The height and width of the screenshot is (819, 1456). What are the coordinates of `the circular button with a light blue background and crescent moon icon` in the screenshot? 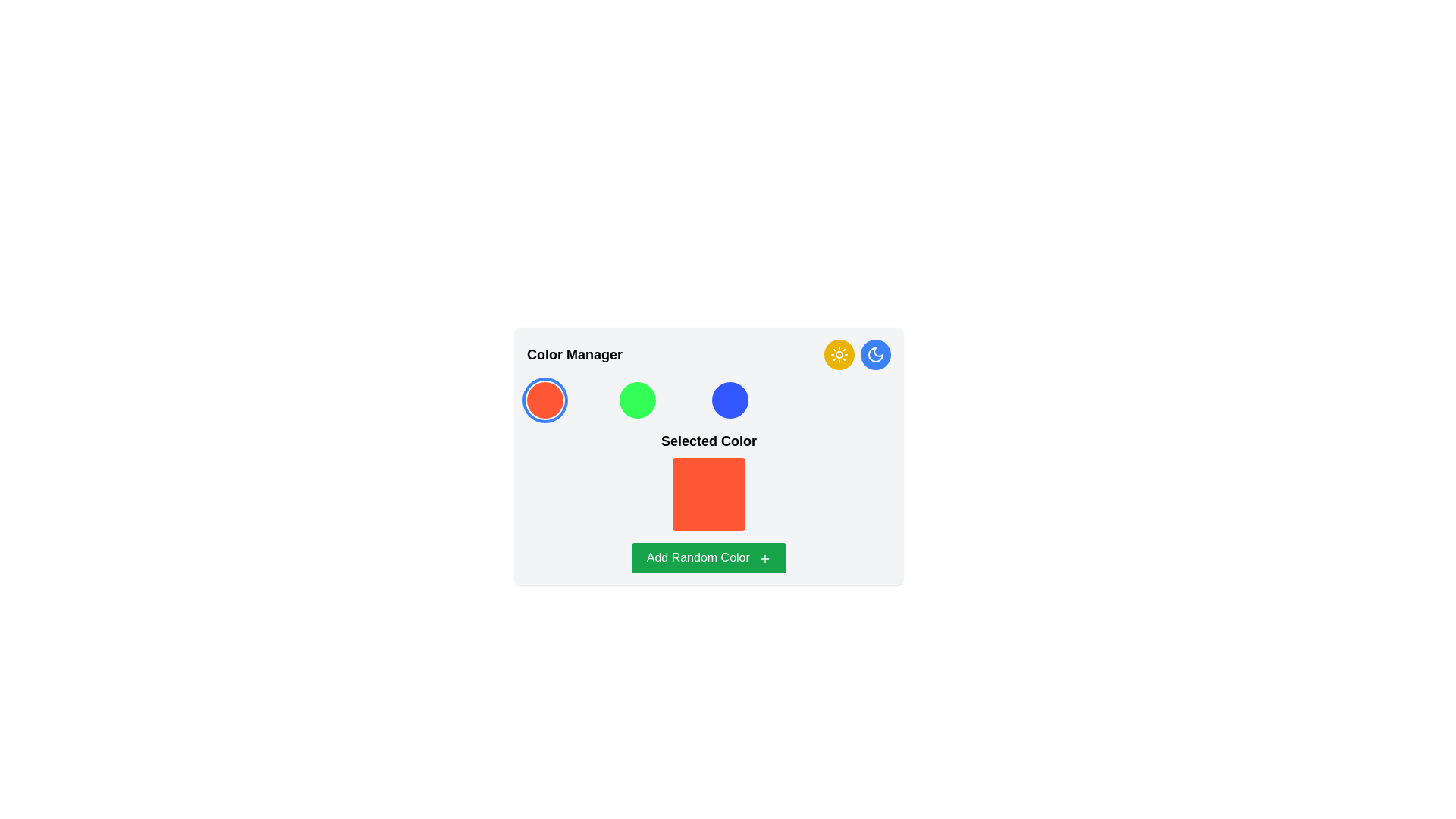 It's located at (876, 354).